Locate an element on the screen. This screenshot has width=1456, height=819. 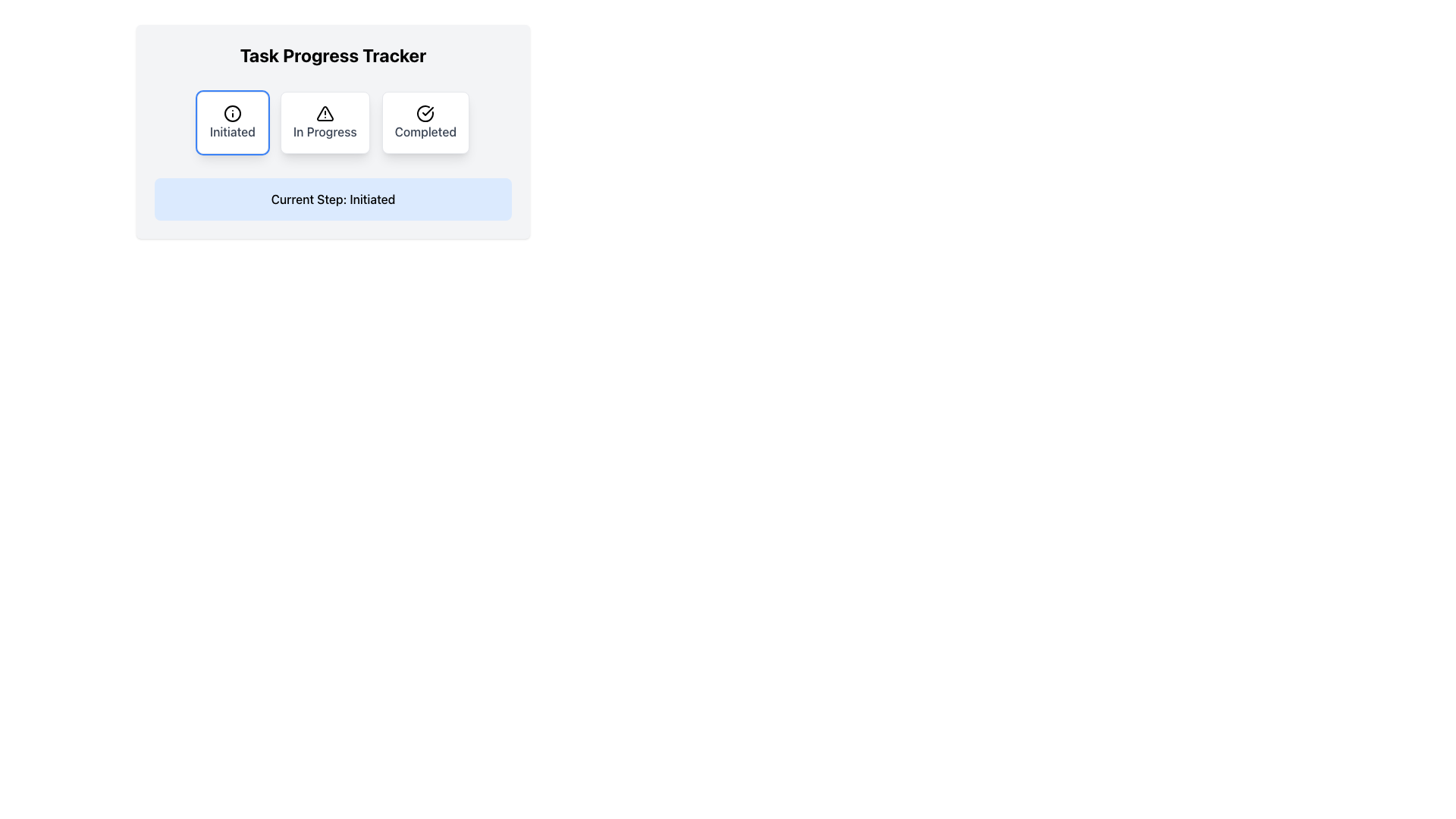
the 'In Progress' status label in the Task Progress Tracker, which is located directly below the triangle alert icon and is the middle element among the three status indicators is located at coordinates (324, 130).